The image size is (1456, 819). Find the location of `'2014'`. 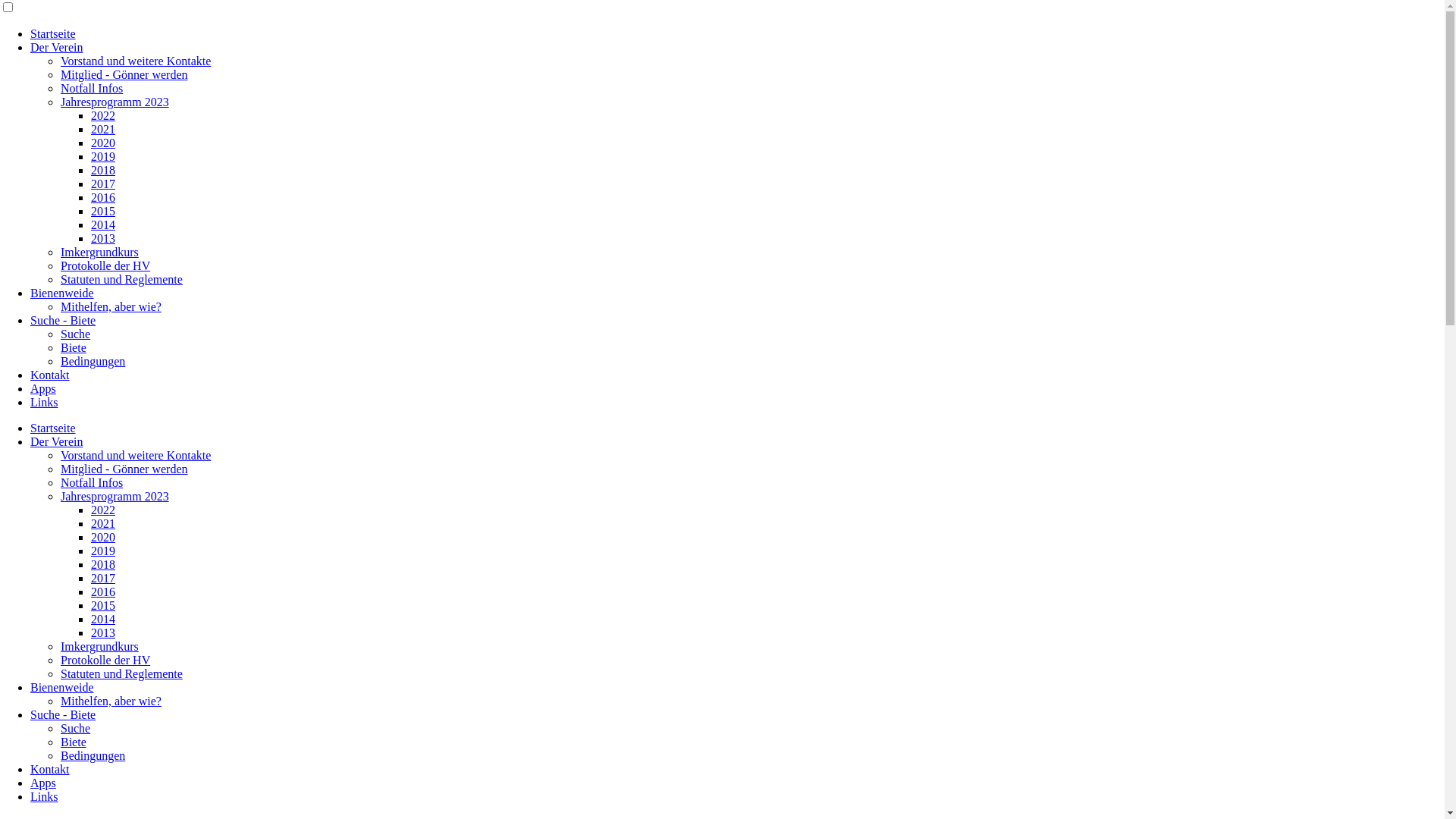

'2014' is located at coordinates (102, 619).